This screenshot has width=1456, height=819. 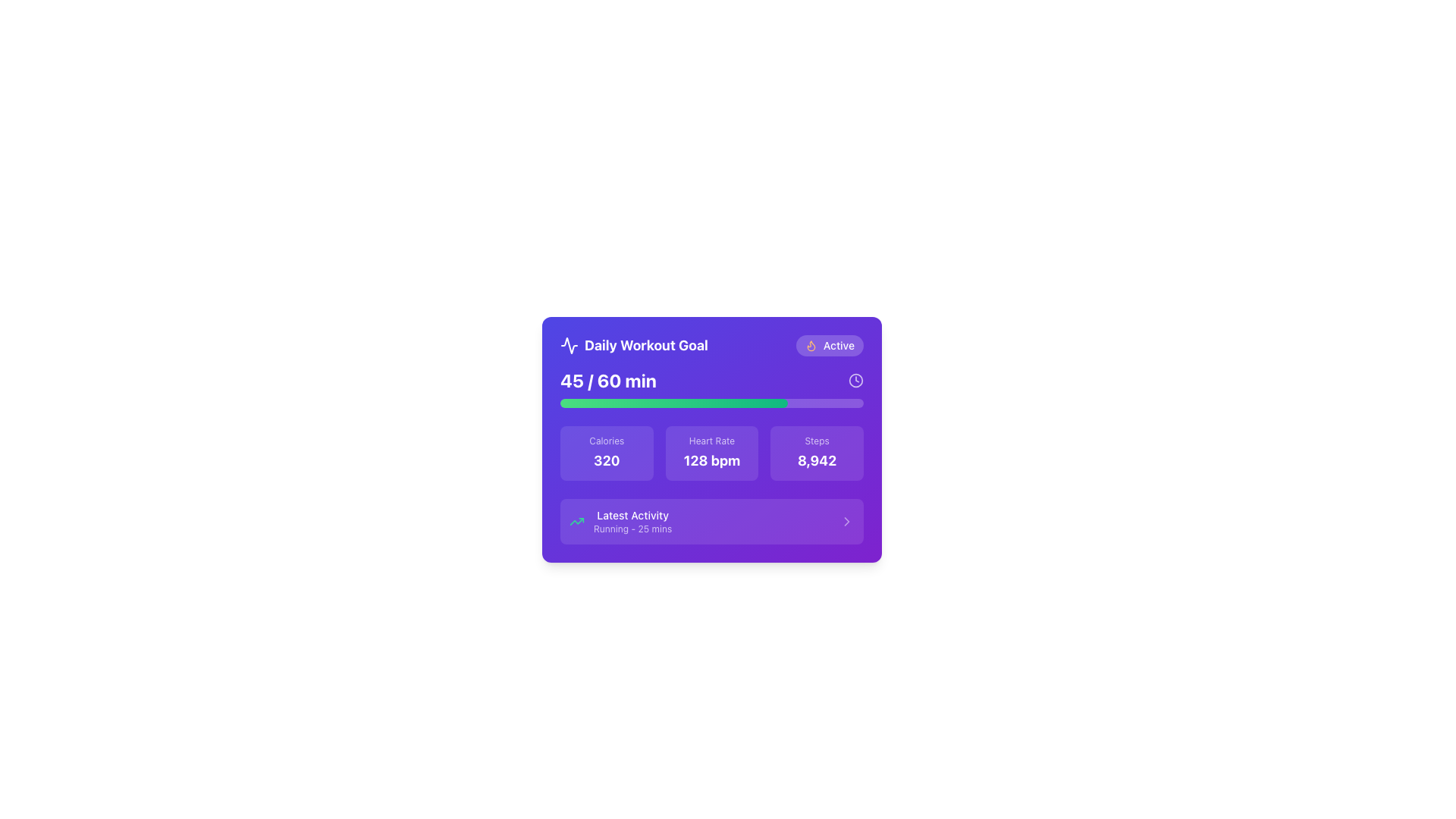 What do you see at coordinates (711, 460) in the screenshot?
I see `bold white text displaying '128 bpm' located within the 'Heart Rate' card, which is positioned in the middle section at the bottom of the interface` at bounding box center [711, 460].